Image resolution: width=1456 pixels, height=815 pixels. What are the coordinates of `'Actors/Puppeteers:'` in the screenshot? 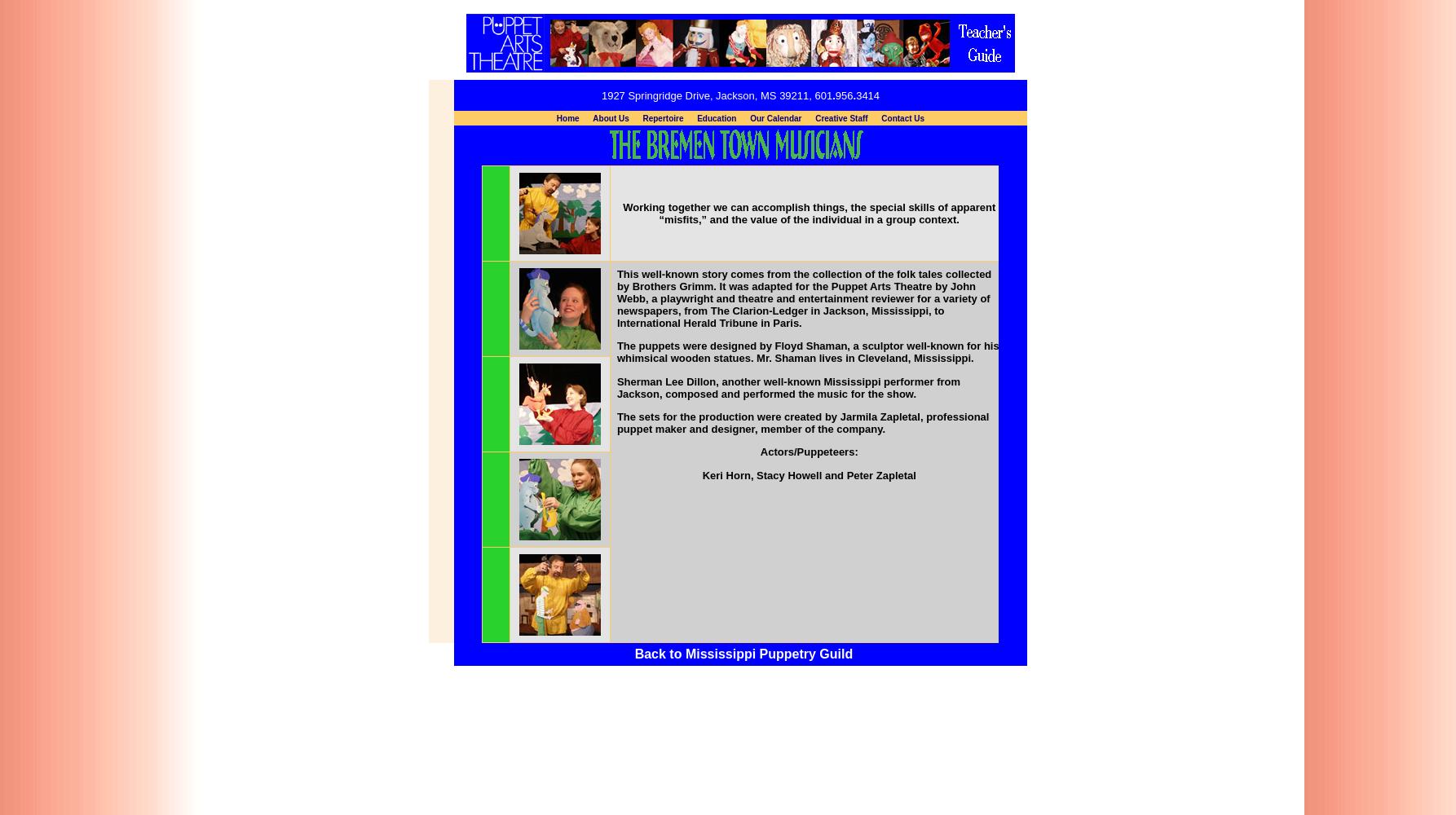 It's located at (808, 452).